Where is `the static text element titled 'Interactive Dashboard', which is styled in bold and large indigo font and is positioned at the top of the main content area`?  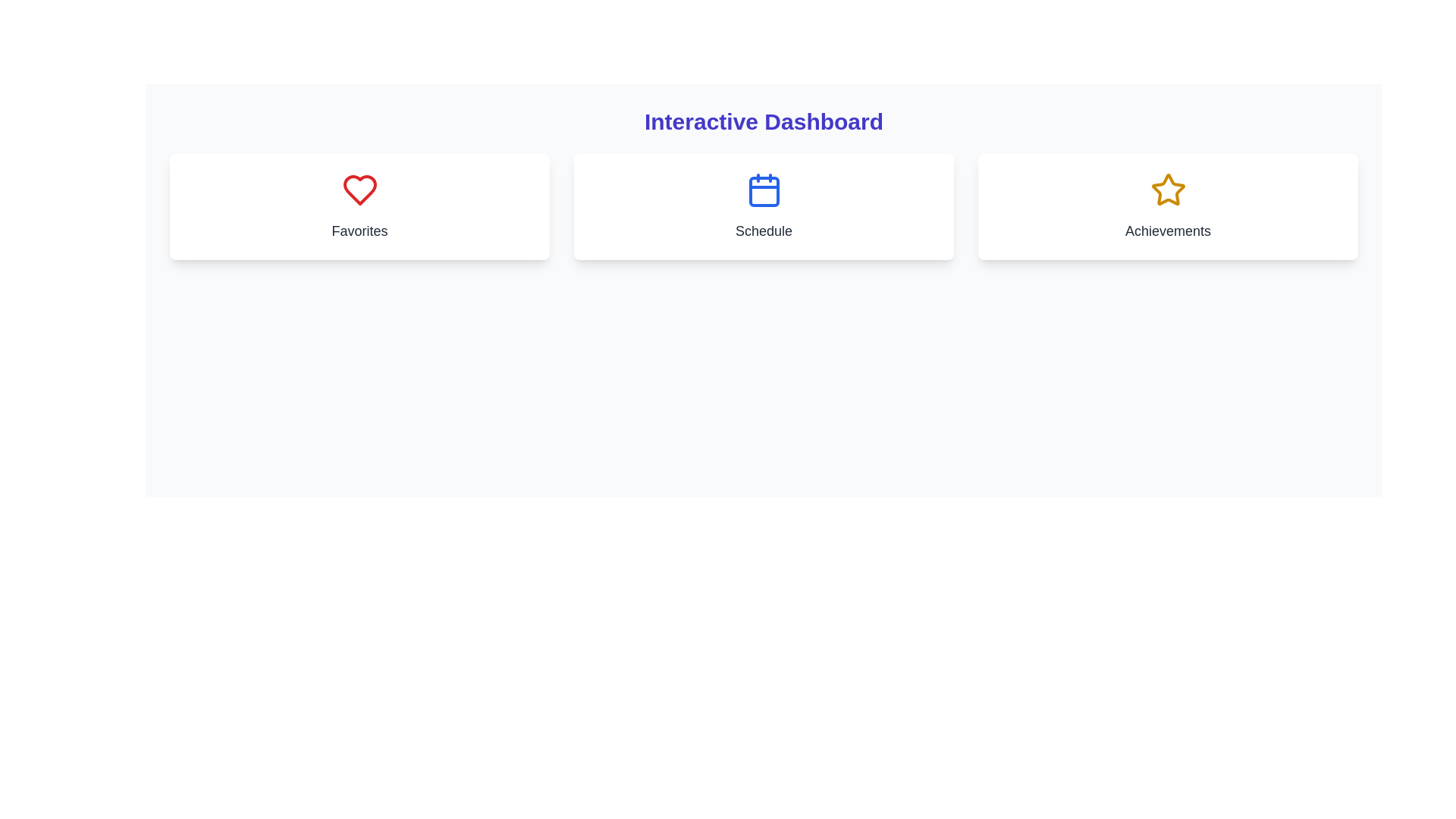
the static text element titled 'Interactive Dashboard', which is styled in bold and large indigo font and is positioned at the top of the main content area is located at coordinates (764, 121).